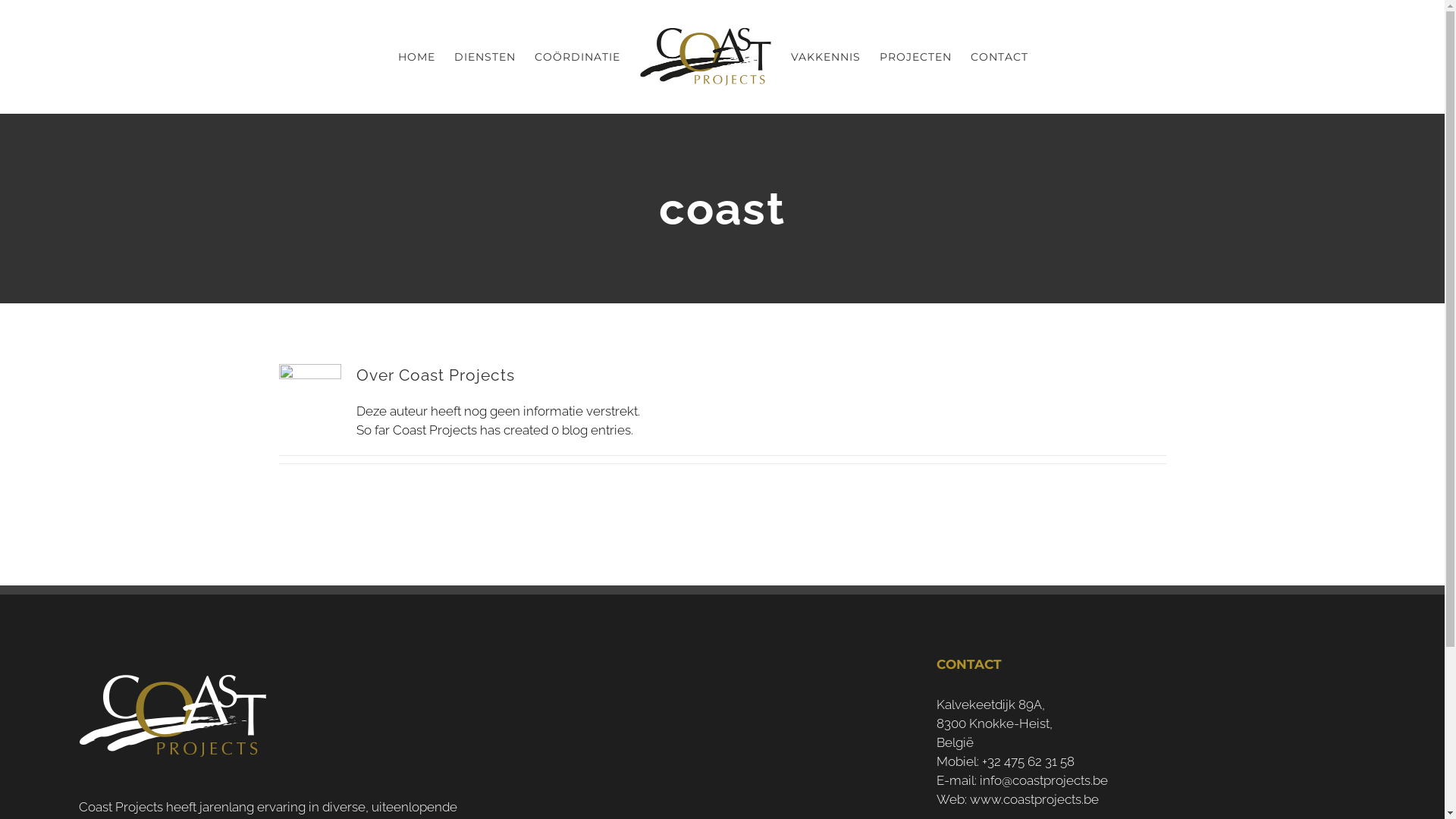  I want to click on 'info@coastprojects.be', so click(1043, 780).